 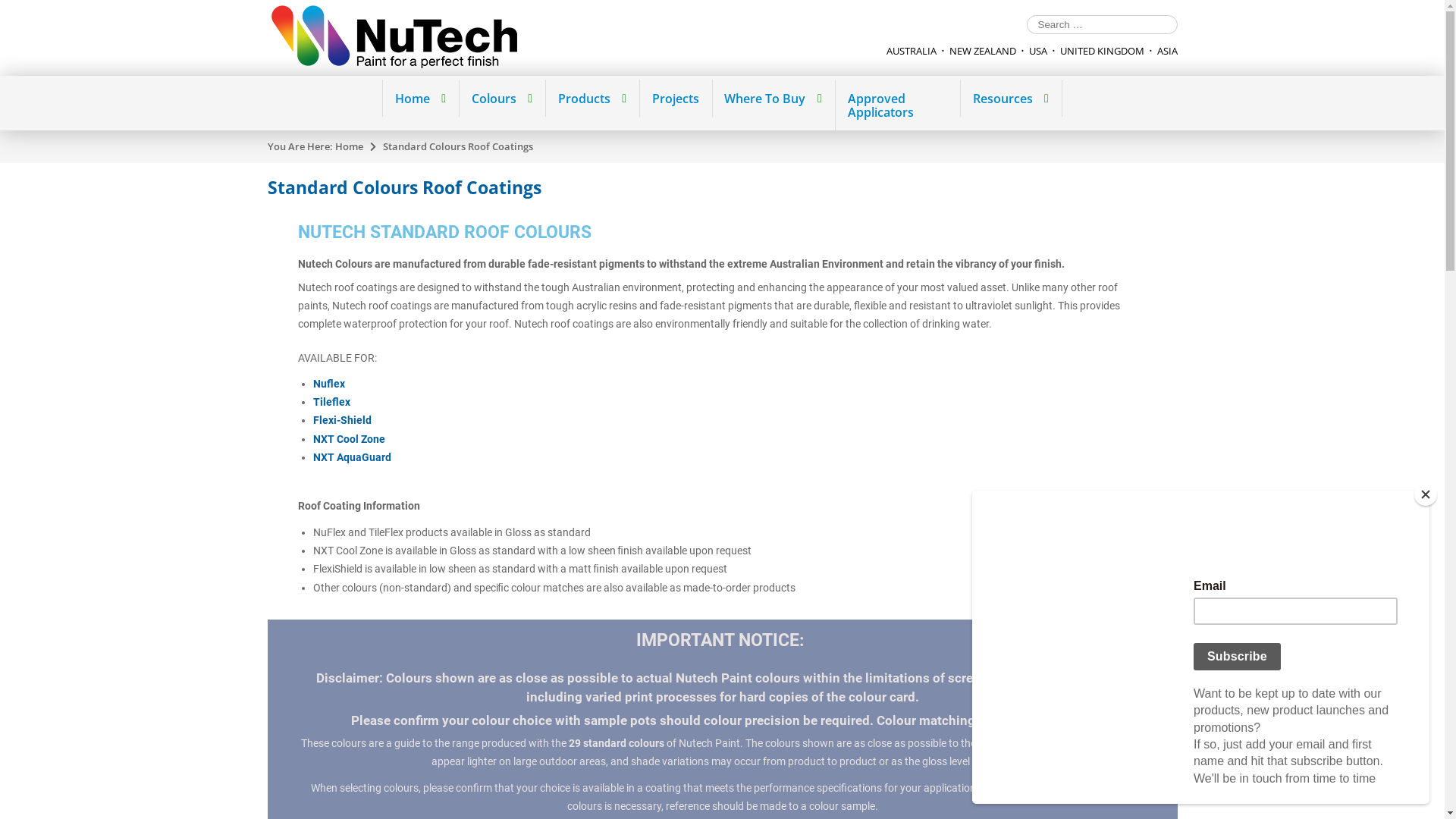 I want to click on 'Projects', so click(x=674, y=98).